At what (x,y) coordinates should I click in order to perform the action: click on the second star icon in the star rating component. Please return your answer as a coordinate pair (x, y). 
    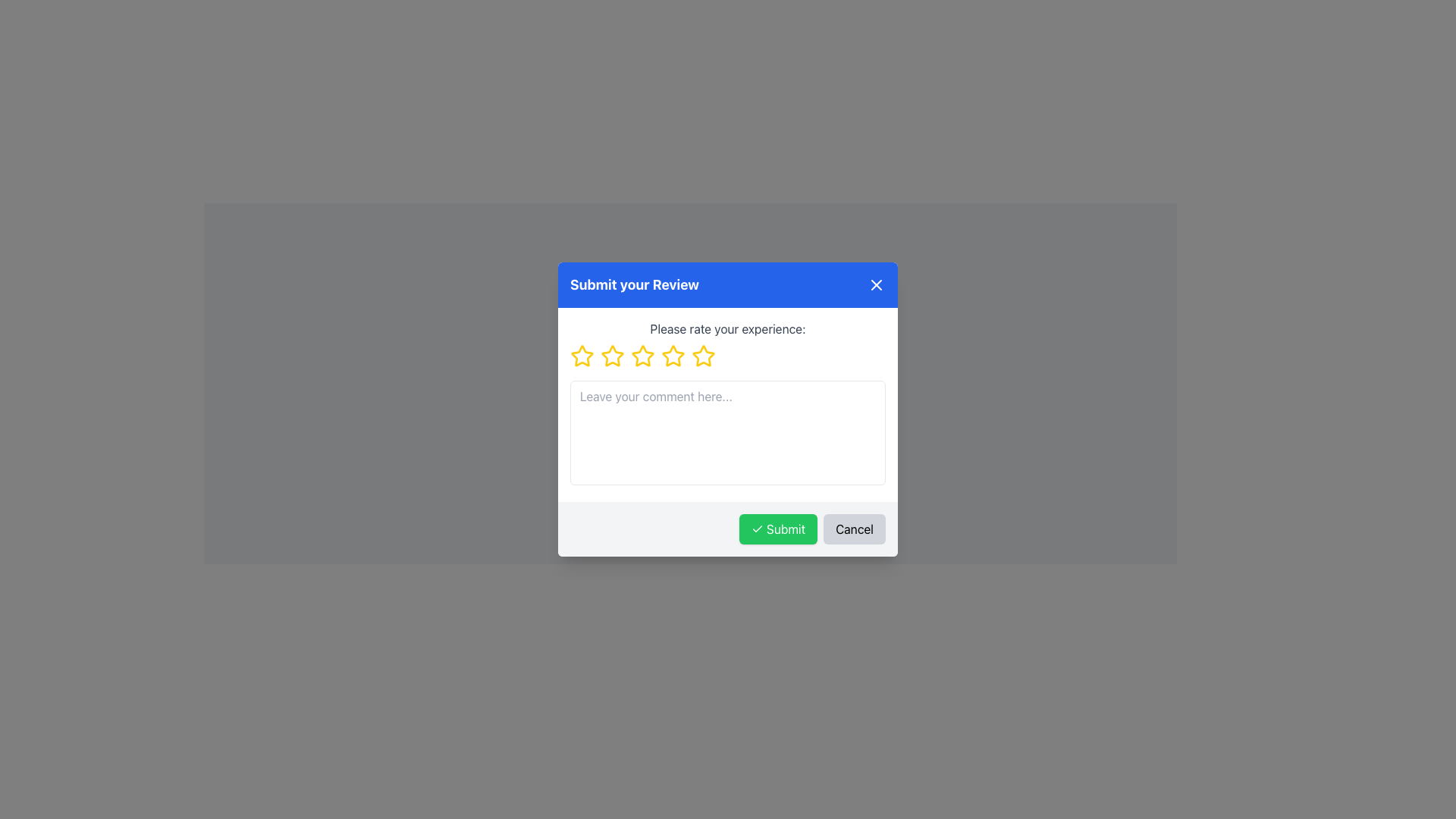
    Looking at the image, I should click on (612, 356).